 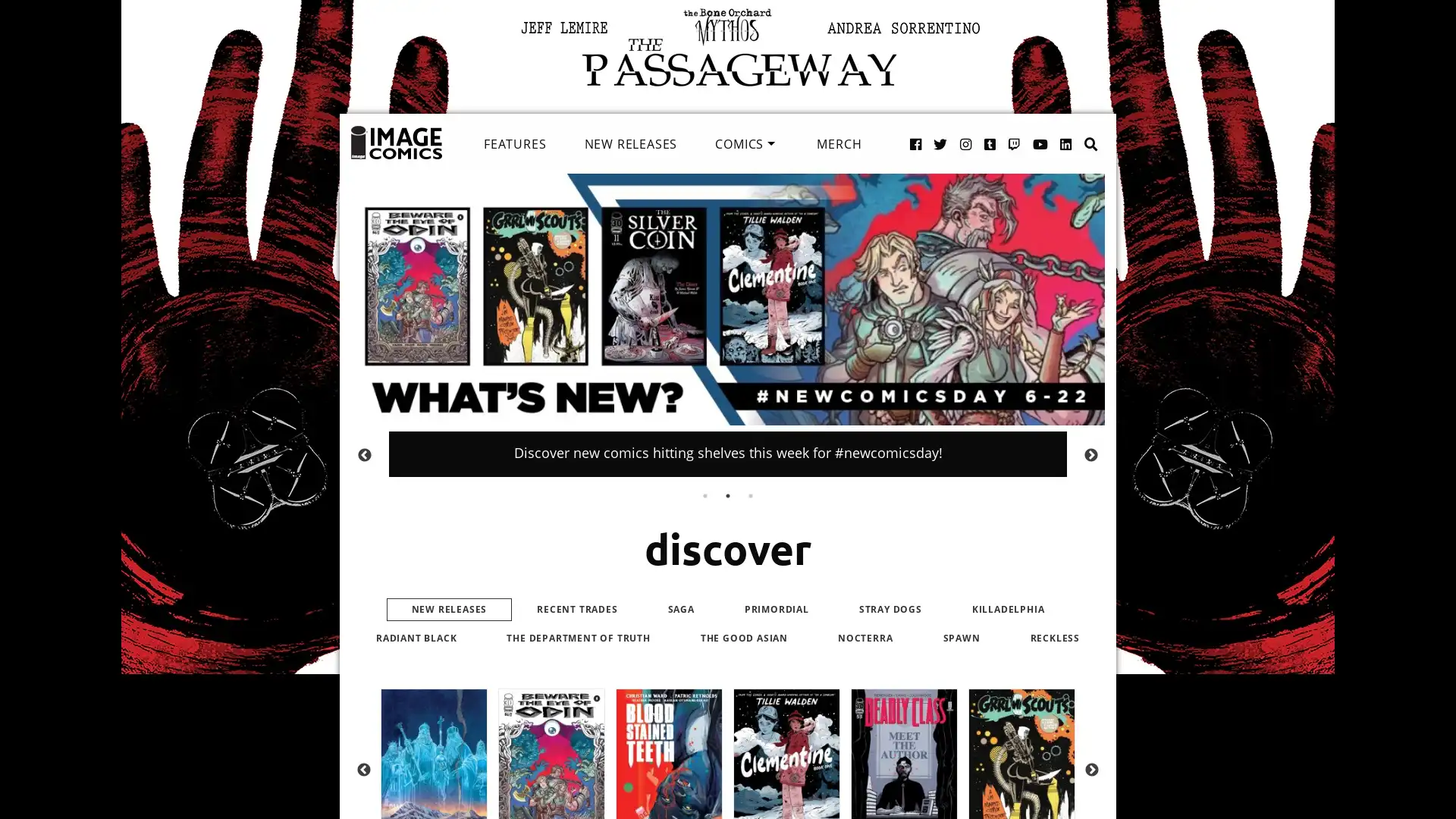 What do you see at coordinates (1090, 454) in the screenshot?
I see `Next` at bounding box center [1090, 454].